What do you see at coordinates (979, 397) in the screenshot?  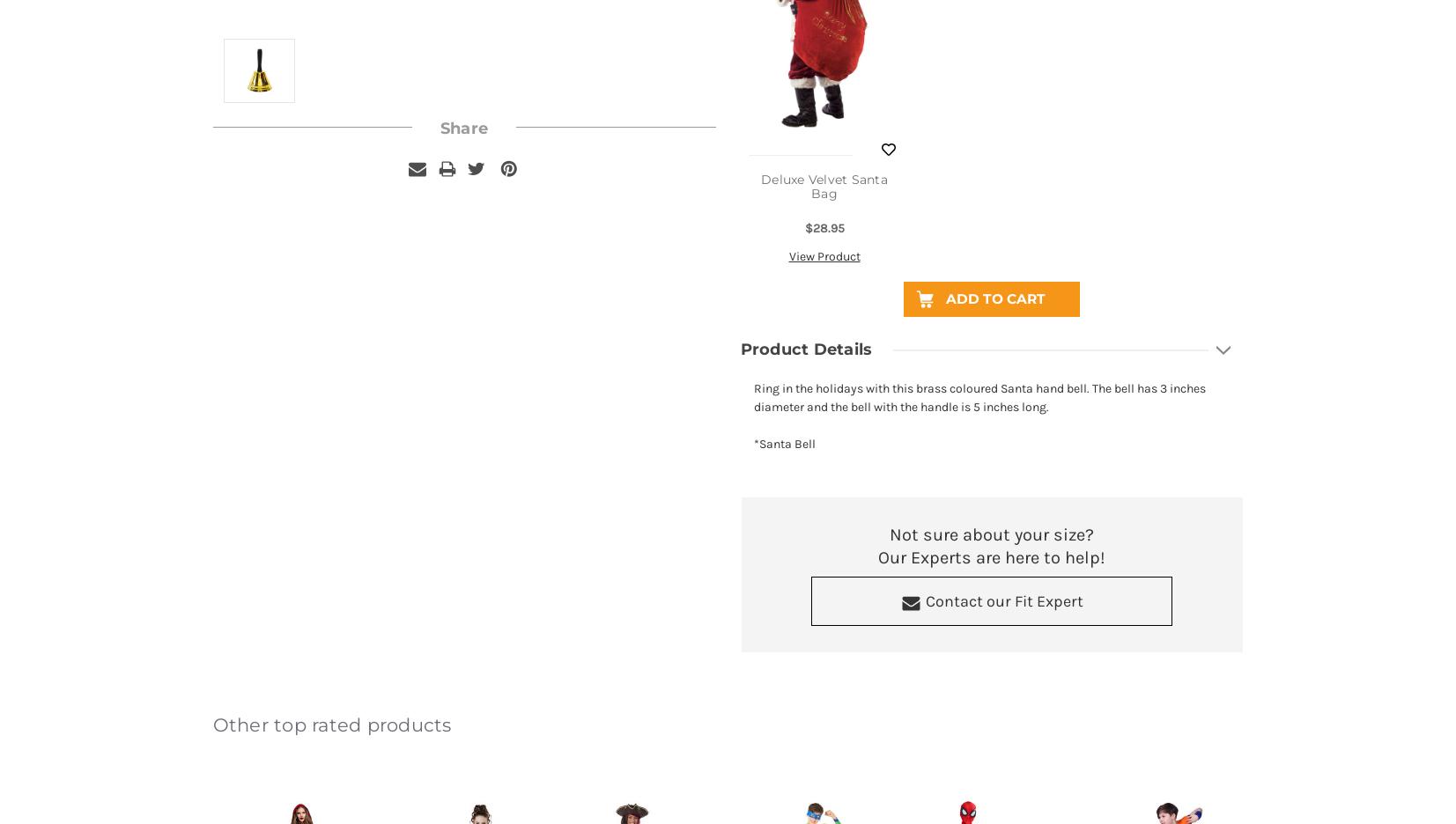 I see `'Ring in the holidays with this brass coloured Santa hand bell. The bell has 3 inches diameter and the bell with the handle is 5 inches long.'` at bounding box center [979, 397].